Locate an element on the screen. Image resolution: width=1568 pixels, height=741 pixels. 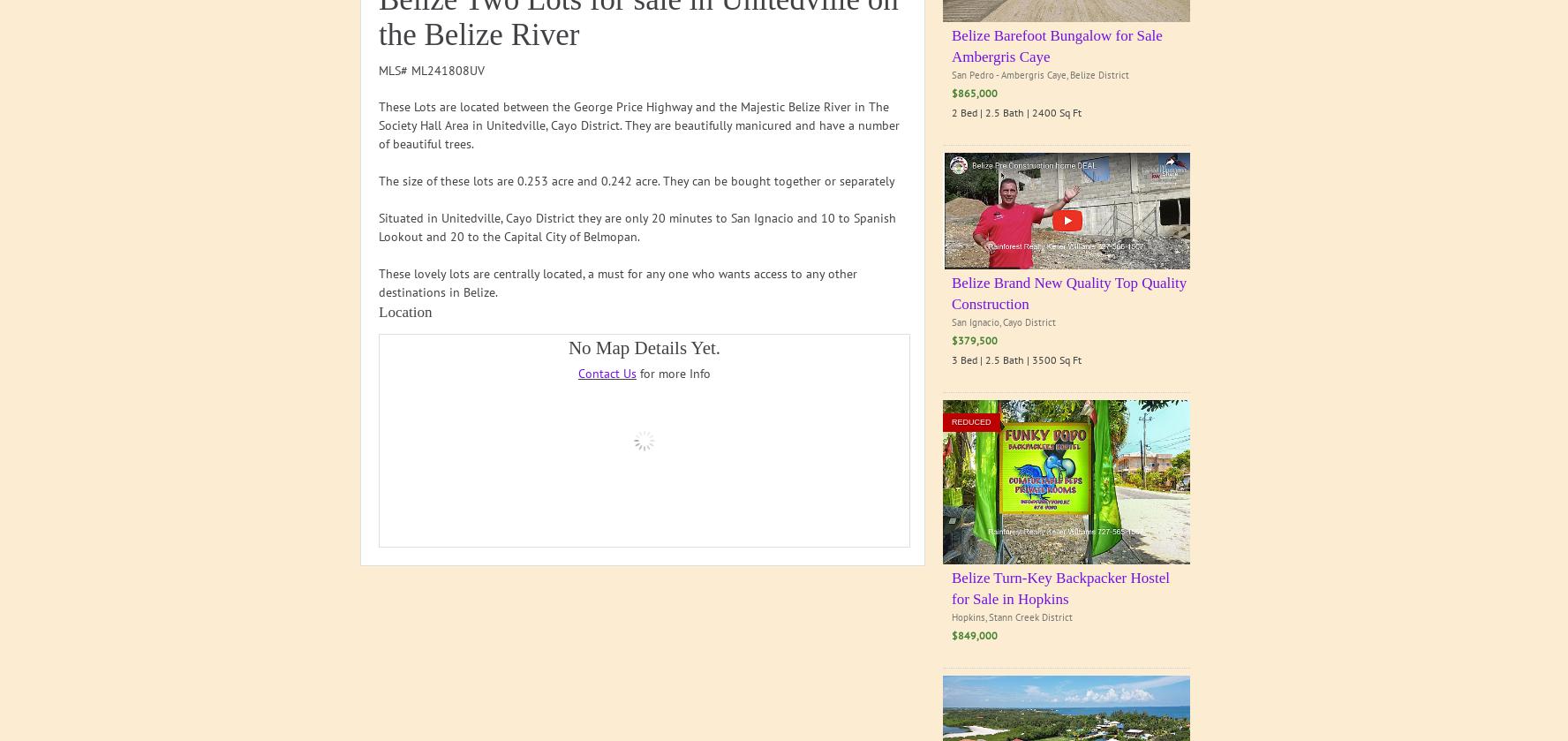
'Belize Brand New Quality Top Quality Construction' is located at coordinates (1068, 292).